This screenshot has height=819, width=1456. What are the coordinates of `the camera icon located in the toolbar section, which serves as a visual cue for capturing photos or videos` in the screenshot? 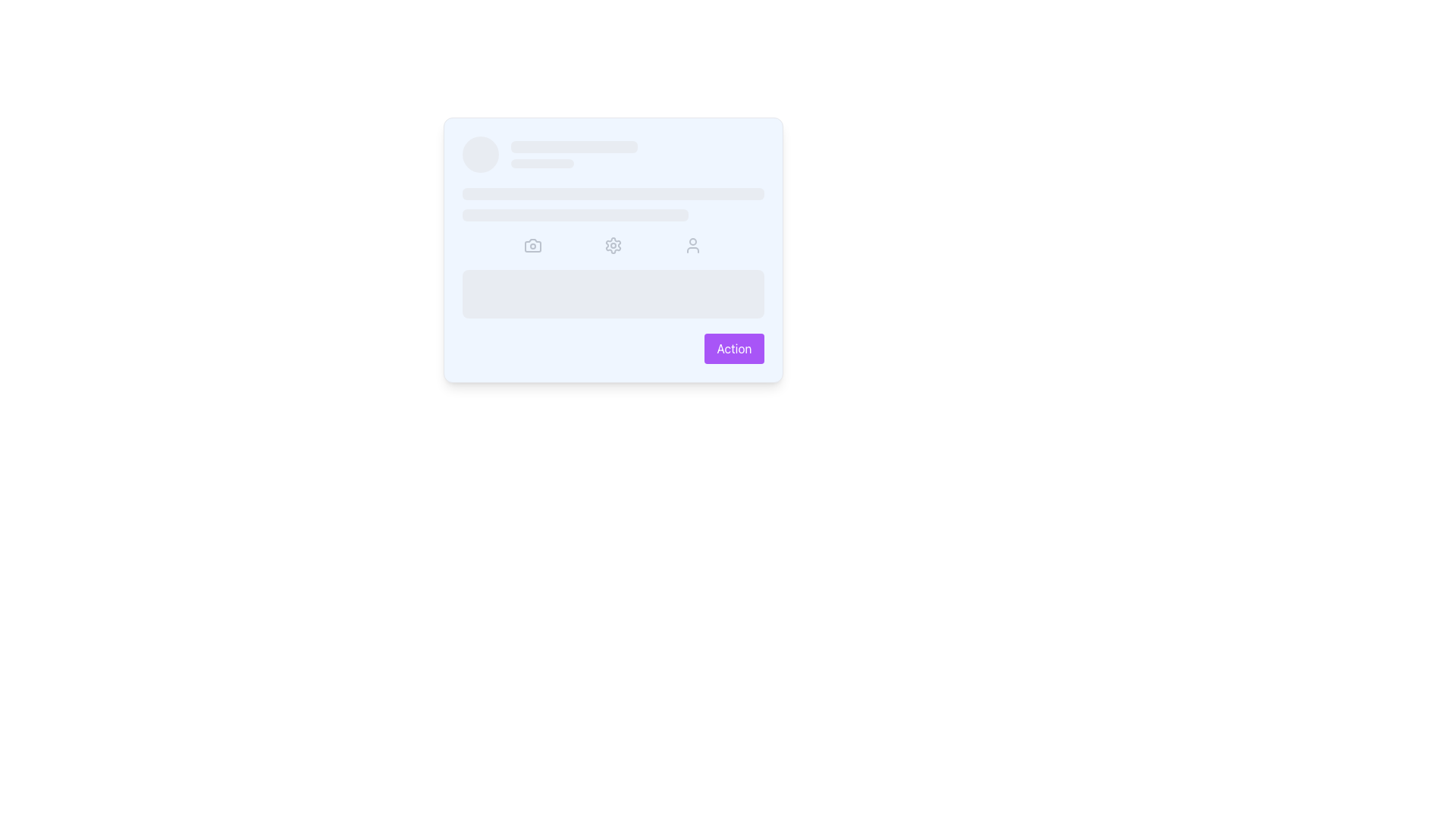 It's located at (532, 245).